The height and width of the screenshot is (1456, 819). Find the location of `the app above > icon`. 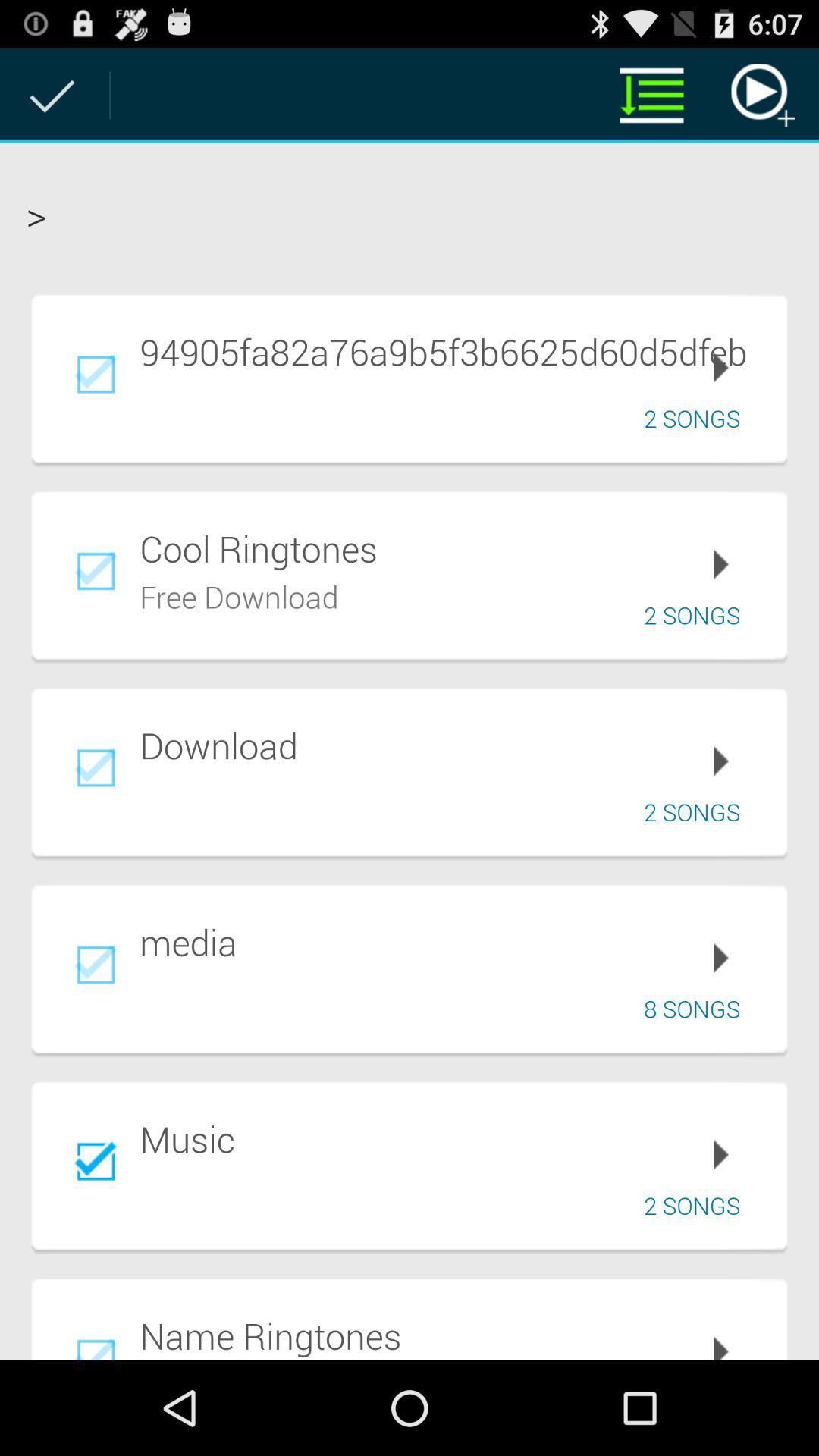

the app above > icon is located at coordinates (651, 94).